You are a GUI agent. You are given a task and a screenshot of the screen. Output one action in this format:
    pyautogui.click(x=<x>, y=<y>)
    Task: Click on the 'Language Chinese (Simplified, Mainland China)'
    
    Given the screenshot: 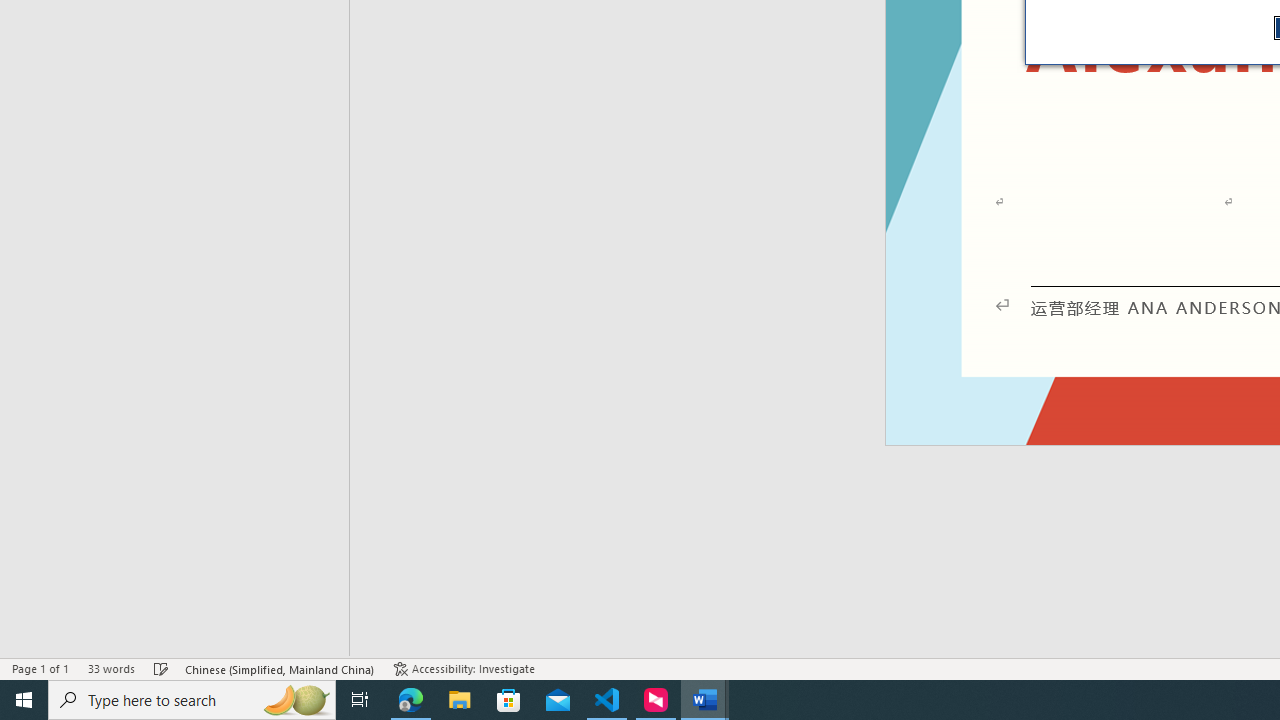 What is the action you would take?
    pyautogui.click(x=279, y=669)
    